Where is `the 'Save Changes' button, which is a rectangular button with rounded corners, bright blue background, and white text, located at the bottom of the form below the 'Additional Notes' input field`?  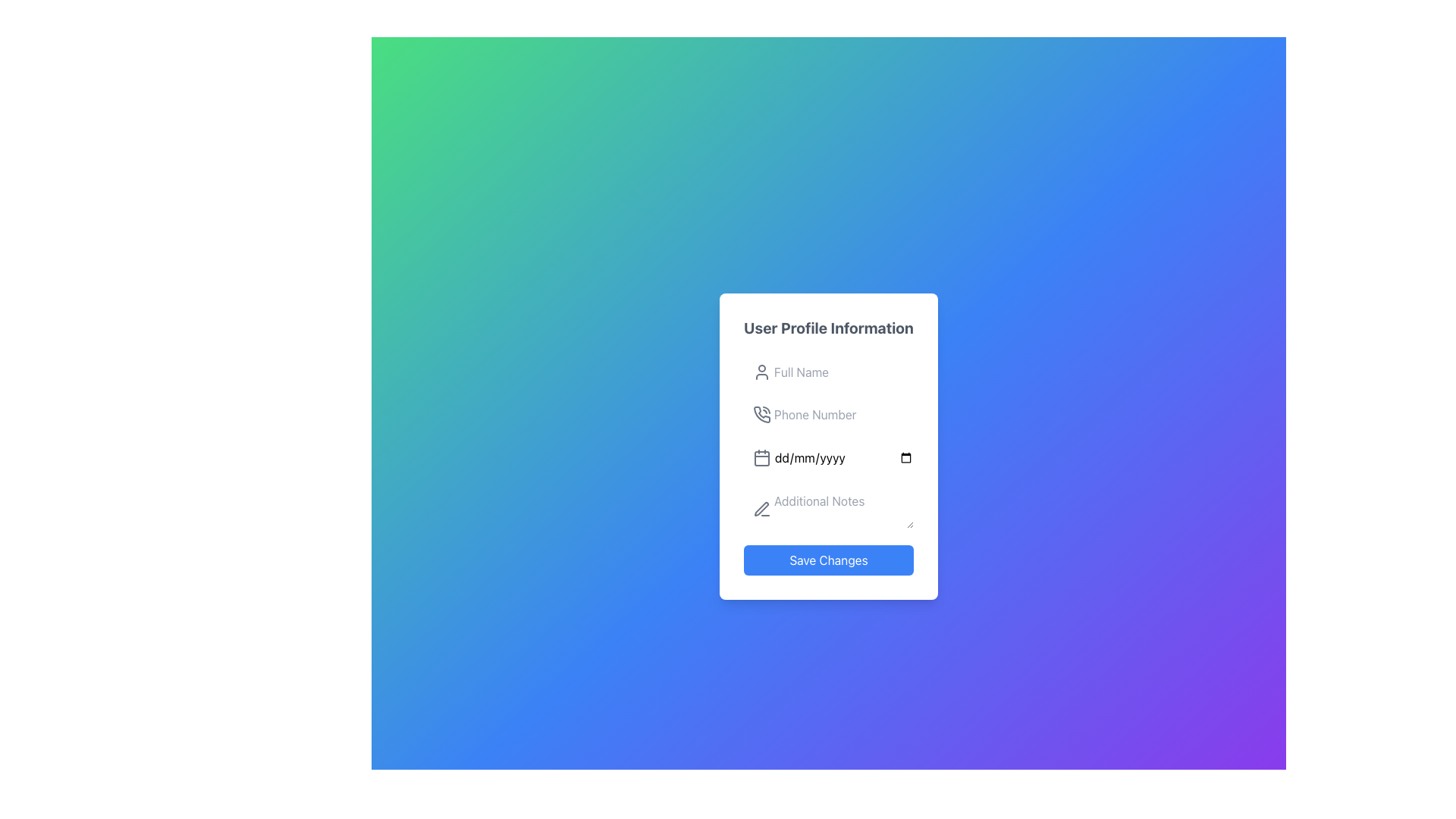
the 'Save Changes' button, which is a rectangular button with rounded corners, bright blue background, and white text, located at the bottom of the form below the 'Additional Notes' input field is located at coordinates (828, 560).